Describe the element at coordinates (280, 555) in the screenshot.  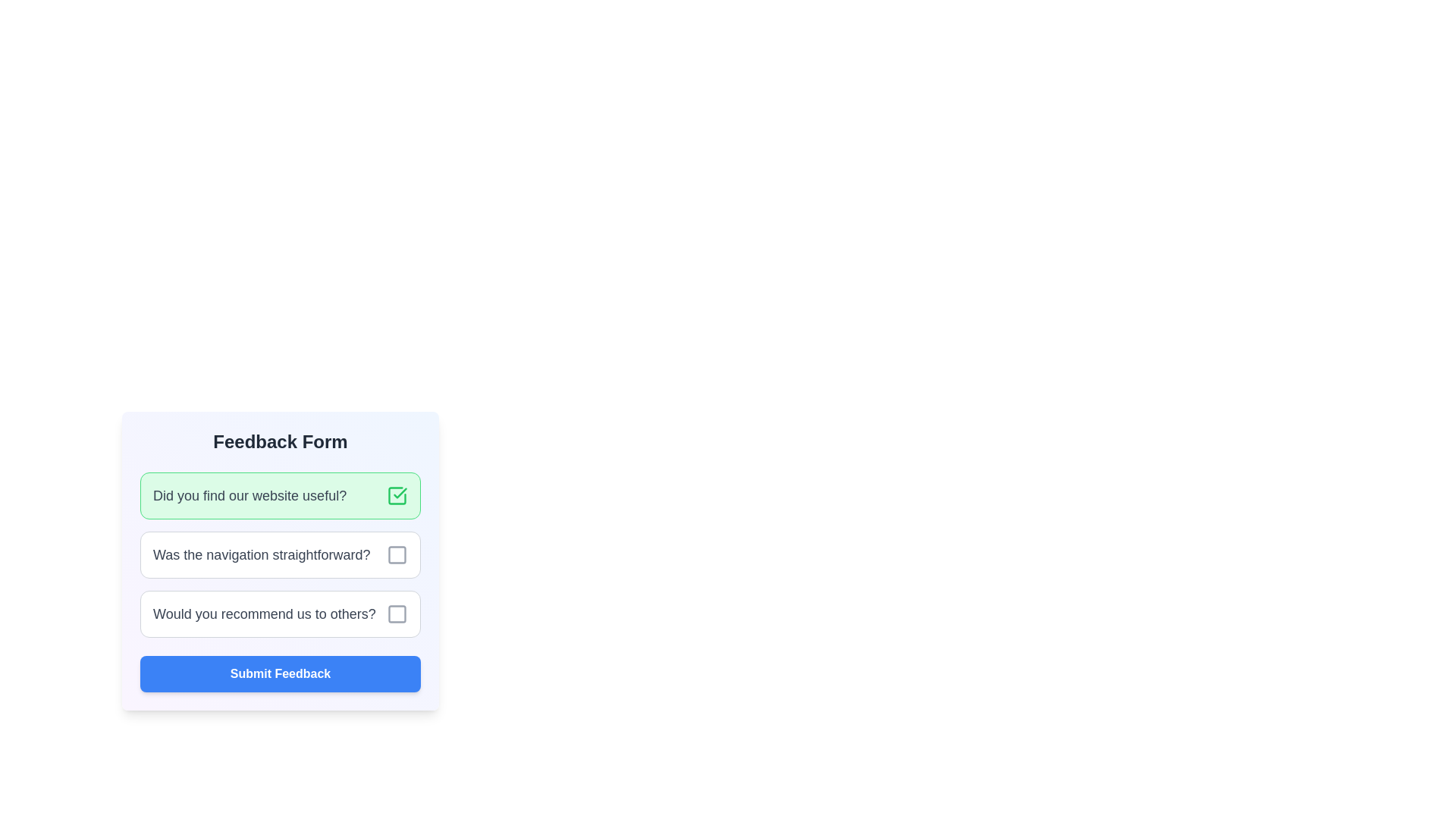
I see `the feedback question Was the navigation straightforward? to view the hover effect` at that location.